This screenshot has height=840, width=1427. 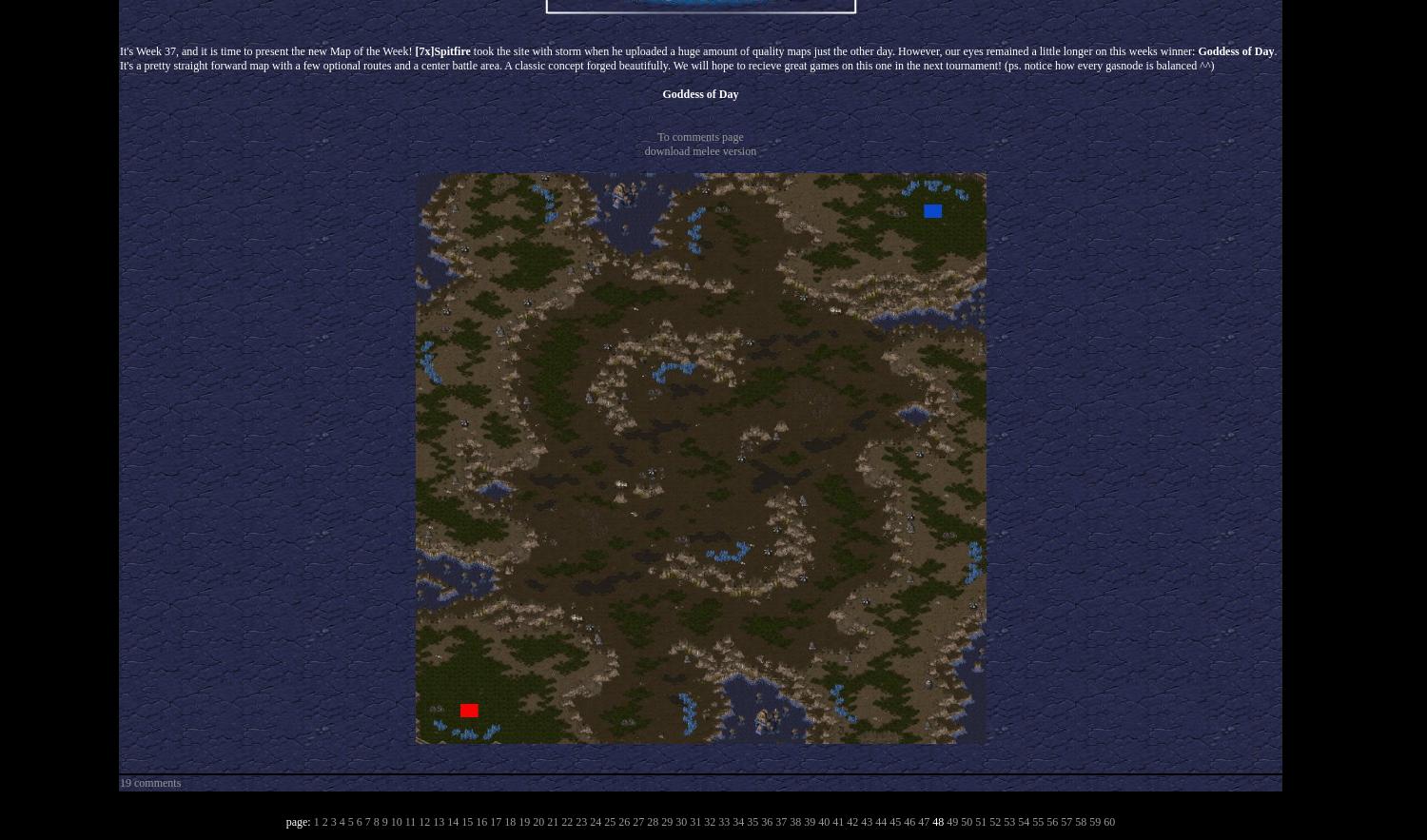 What do you see at coordinates (908, 821) in the screenshot?
I see `'46'` at bounding box center [908, 821].